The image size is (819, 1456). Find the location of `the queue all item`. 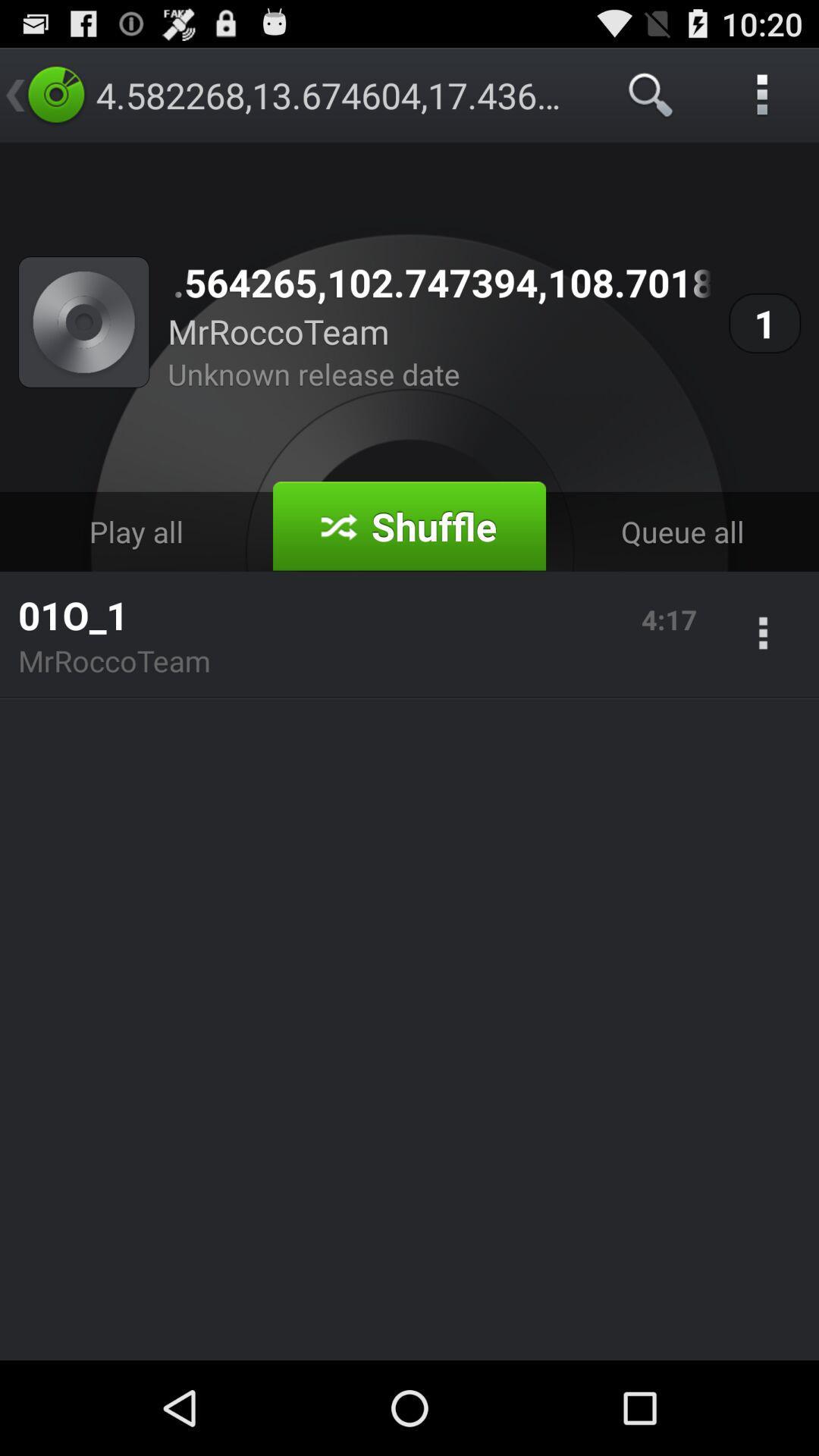

the queue all item is located at coordinates (681, 532).